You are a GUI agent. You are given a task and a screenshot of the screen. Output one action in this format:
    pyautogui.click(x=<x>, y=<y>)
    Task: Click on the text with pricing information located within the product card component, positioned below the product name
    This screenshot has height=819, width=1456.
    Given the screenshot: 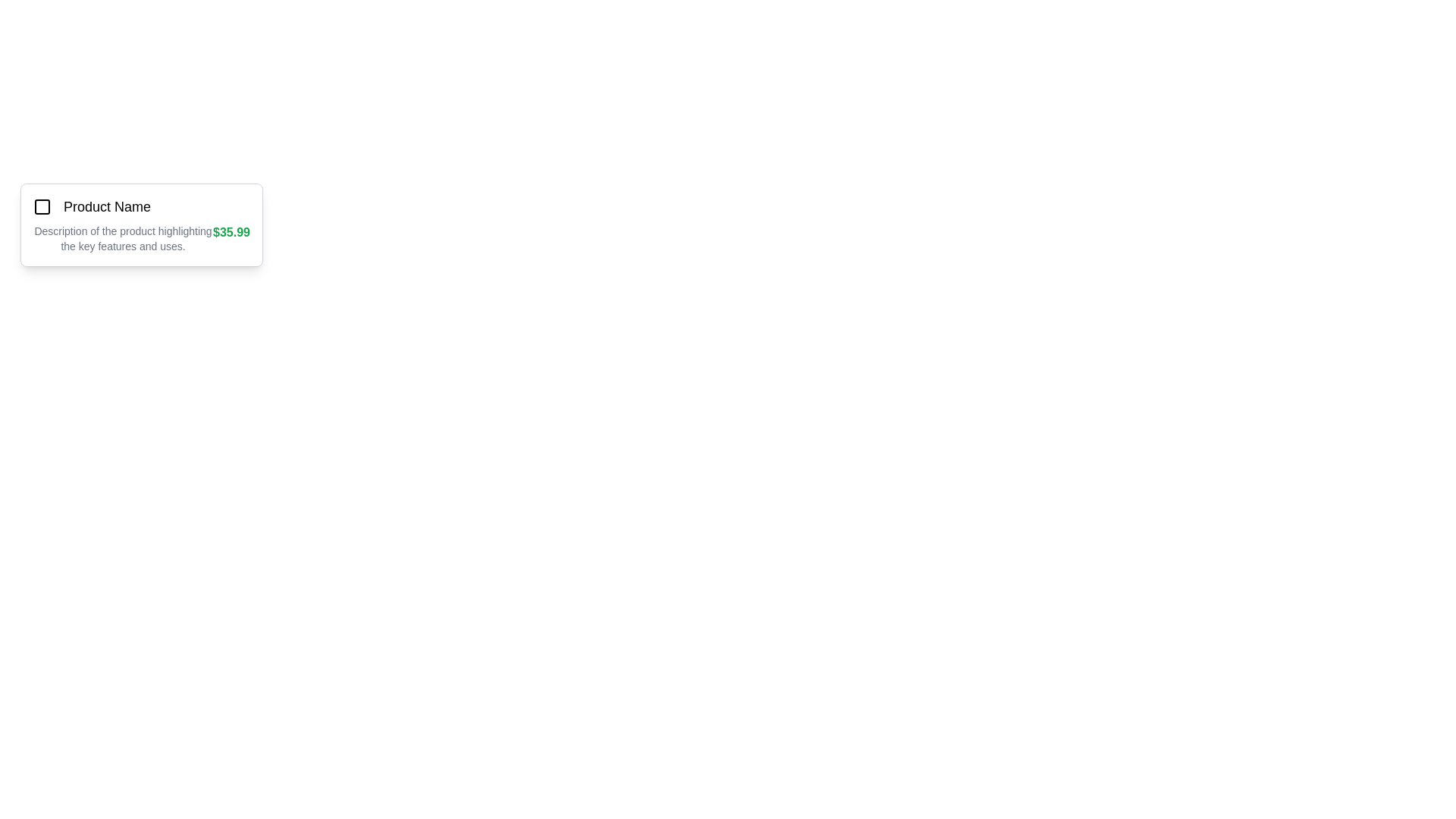 What is the action you would take?
    pyautogui.click(x=142, y=239)
    